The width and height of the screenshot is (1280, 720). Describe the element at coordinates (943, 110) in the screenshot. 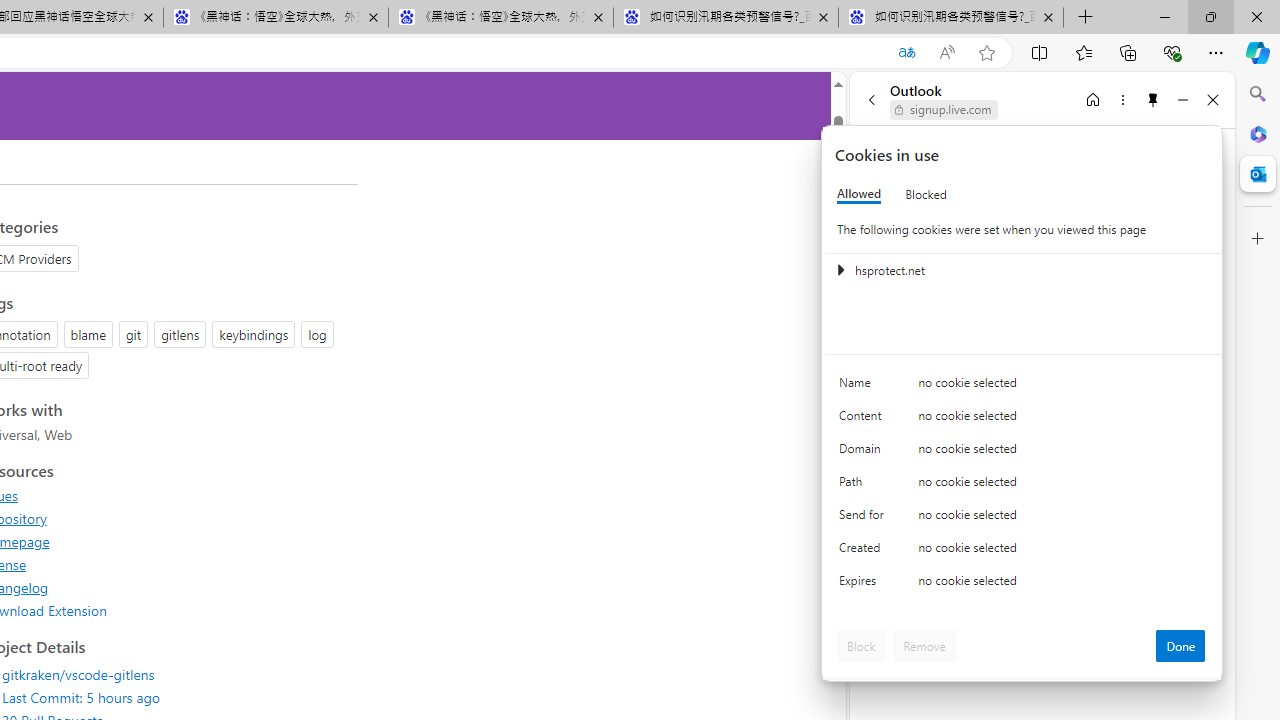

I see `'signup.live.com'` at that location.